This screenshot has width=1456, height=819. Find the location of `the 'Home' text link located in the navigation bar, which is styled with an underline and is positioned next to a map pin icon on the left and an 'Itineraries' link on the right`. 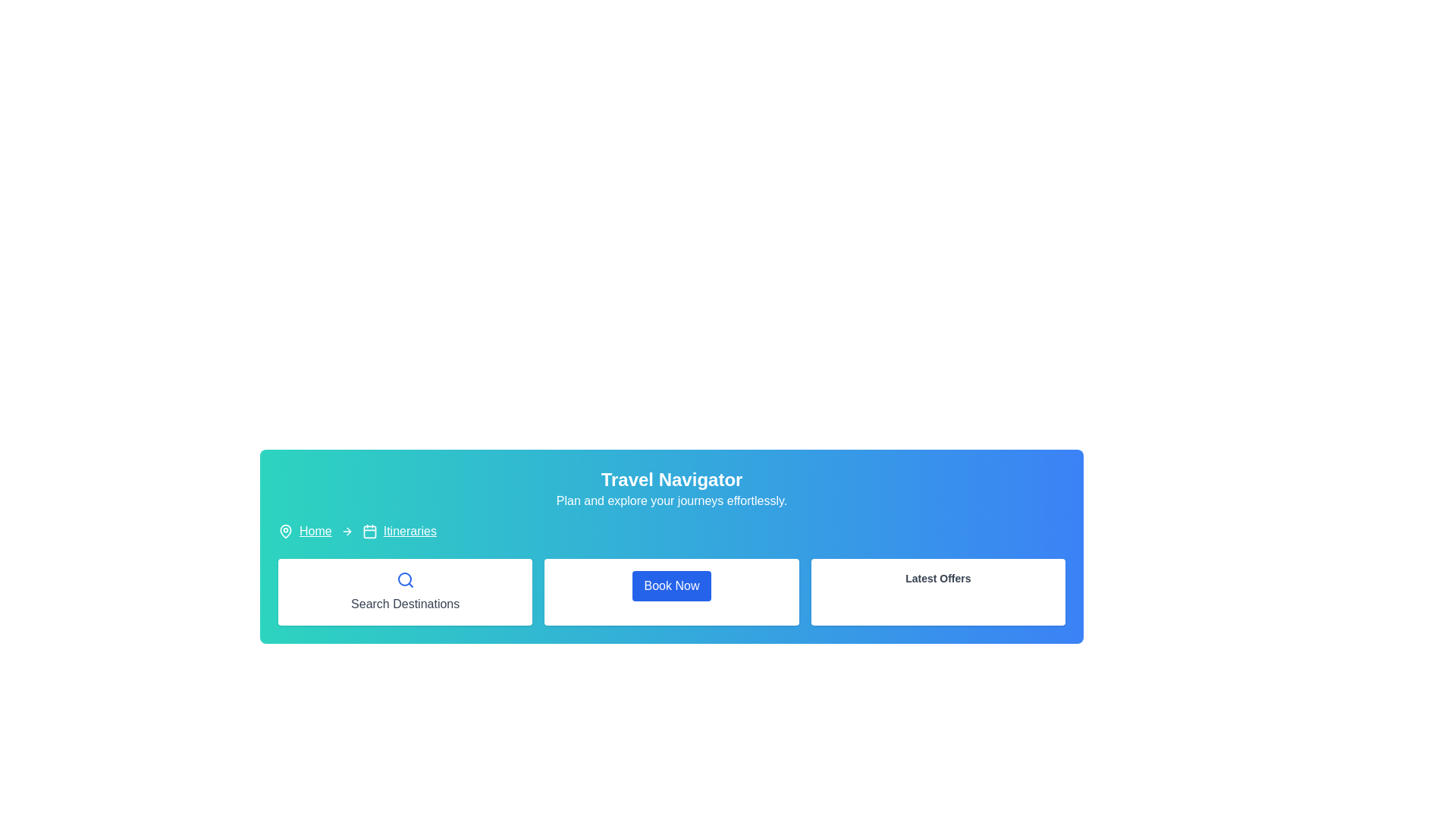

the 'Home' text link located in the navigation bar, which is styled with an underline and is positioned next to a map pin icon on the left and an 'Itineraries' link on the right is located at coordinates (315, 531).